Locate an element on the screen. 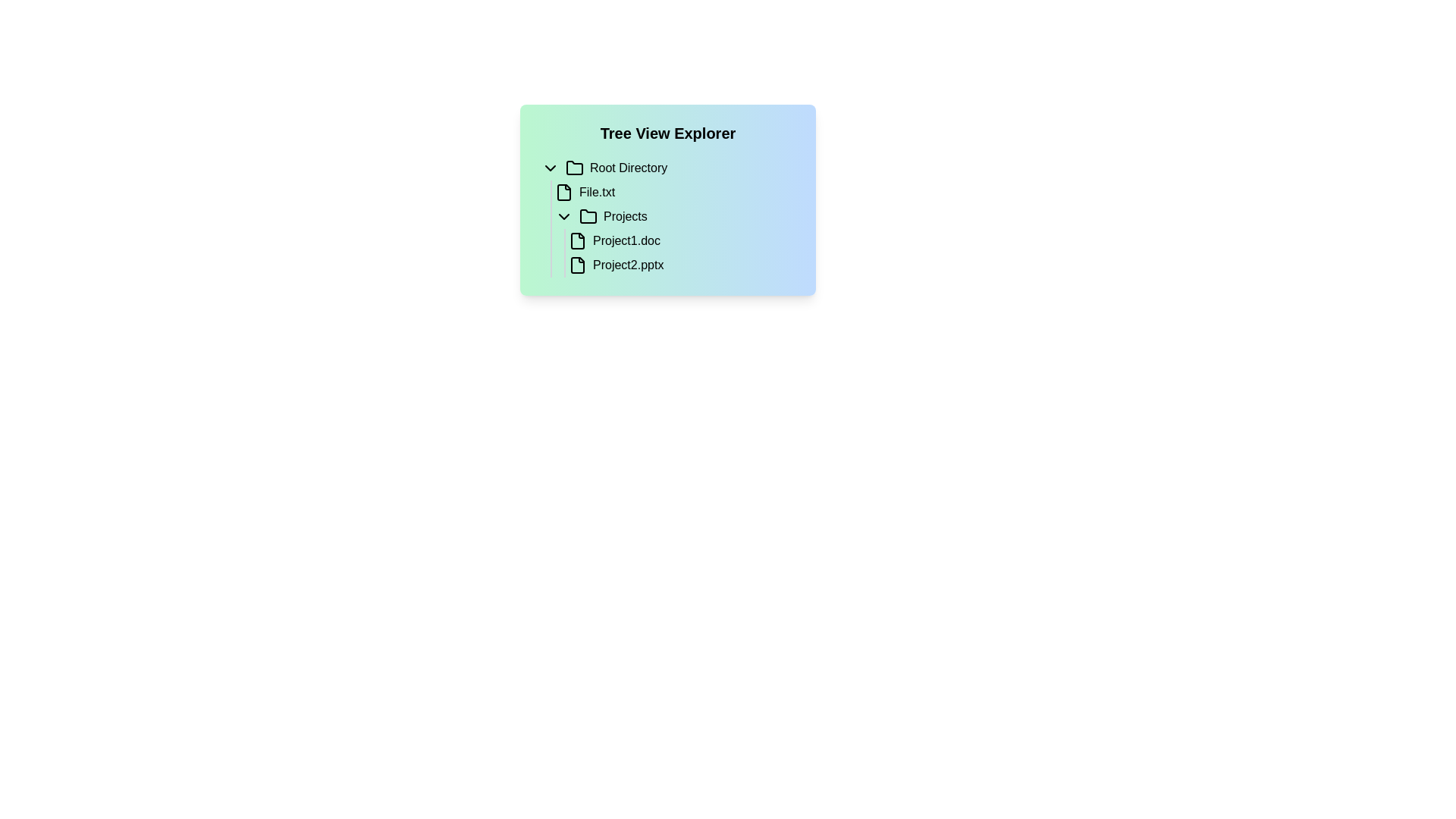  the file icon representing 'Project2.pptx' in the tree directory view under the 'Projects' folder is located at coordinates (577, 265).